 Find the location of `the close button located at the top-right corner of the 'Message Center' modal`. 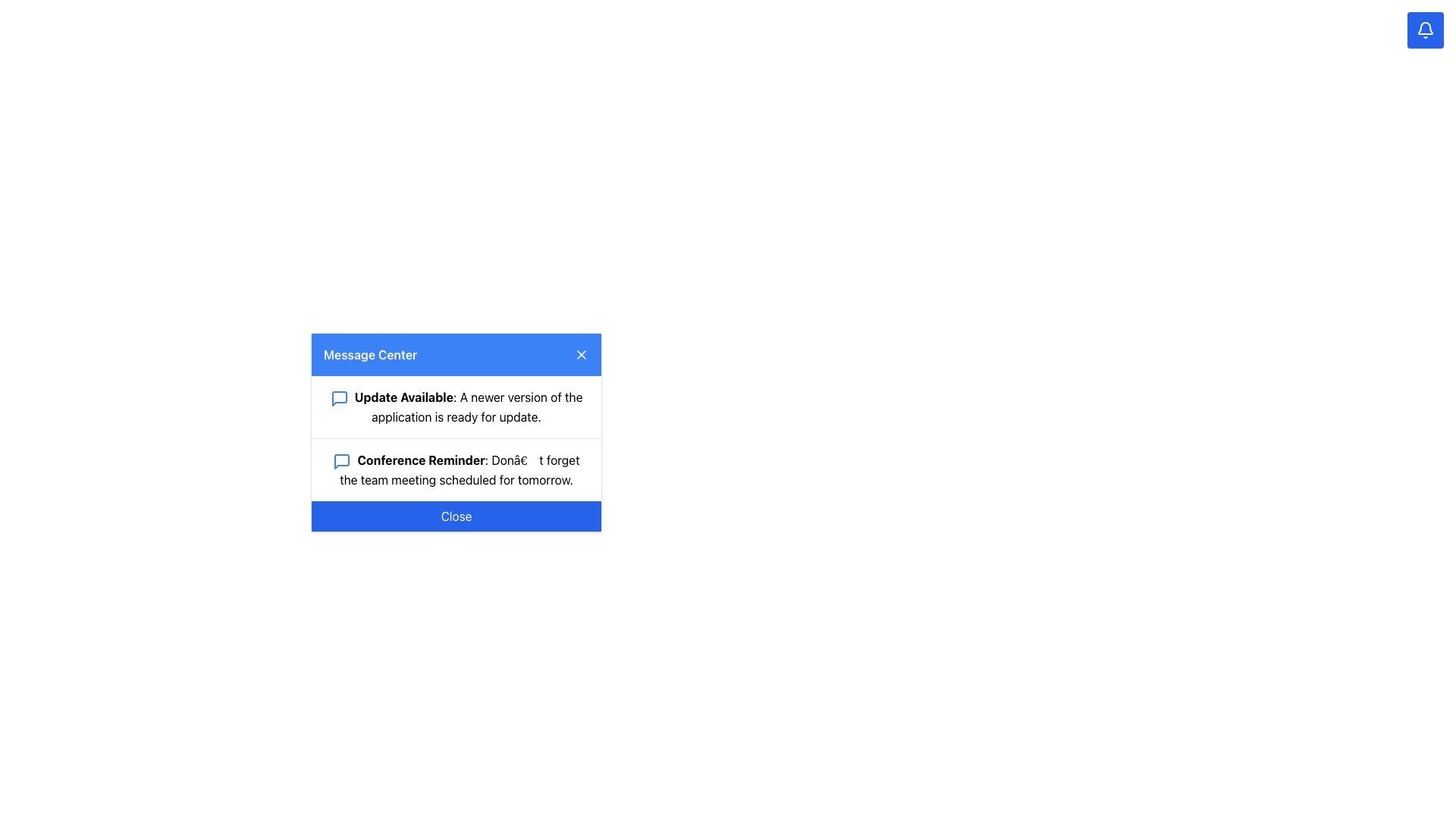

the close button located at the top-right corner of the 'Message Center' modal is located at coordinates (581, 354).